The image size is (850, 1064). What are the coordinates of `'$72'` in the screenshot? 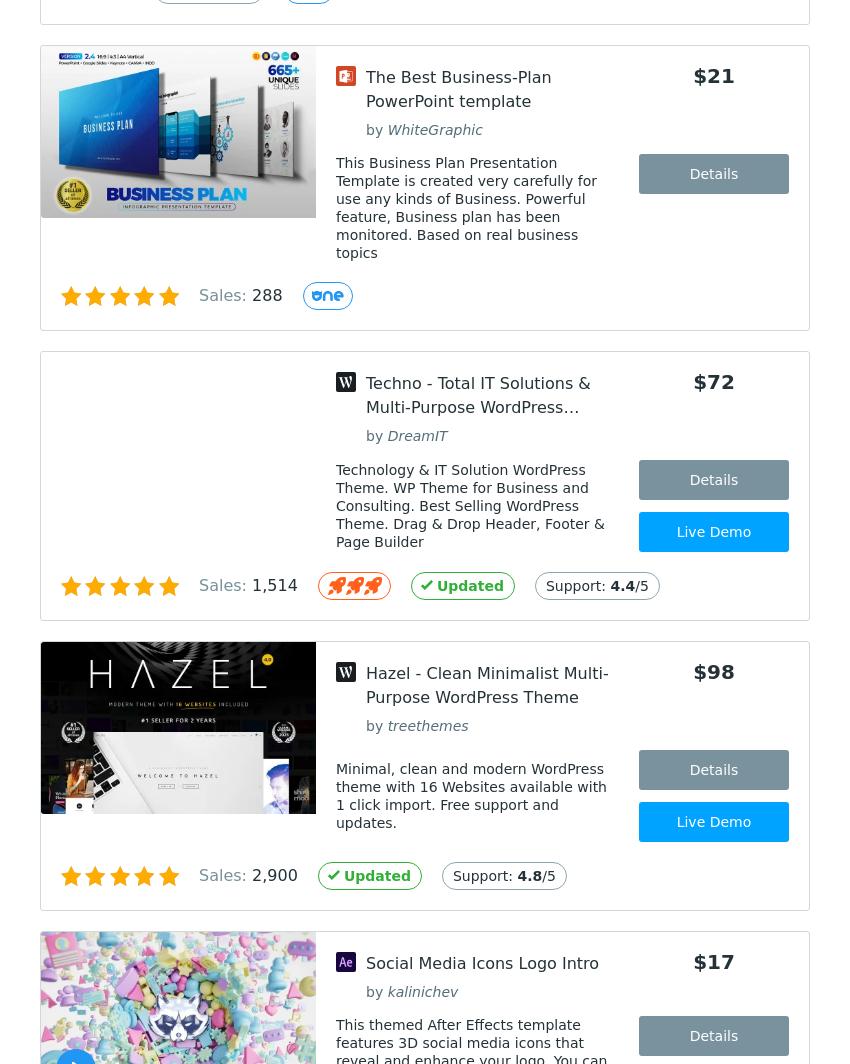 It's located at (692, 381).